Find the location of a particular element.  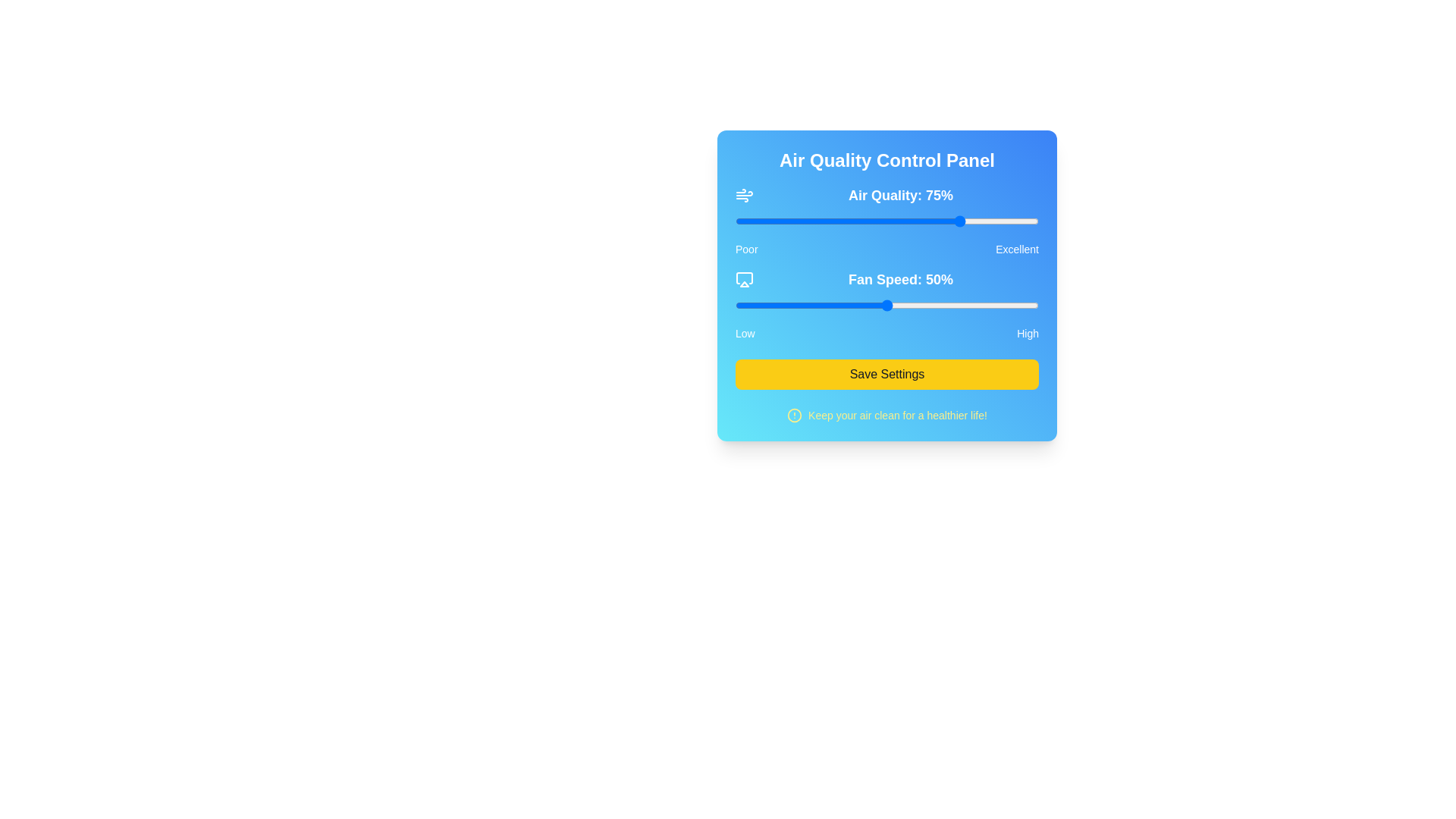

the fan speed is located at coordinates (811, 305).